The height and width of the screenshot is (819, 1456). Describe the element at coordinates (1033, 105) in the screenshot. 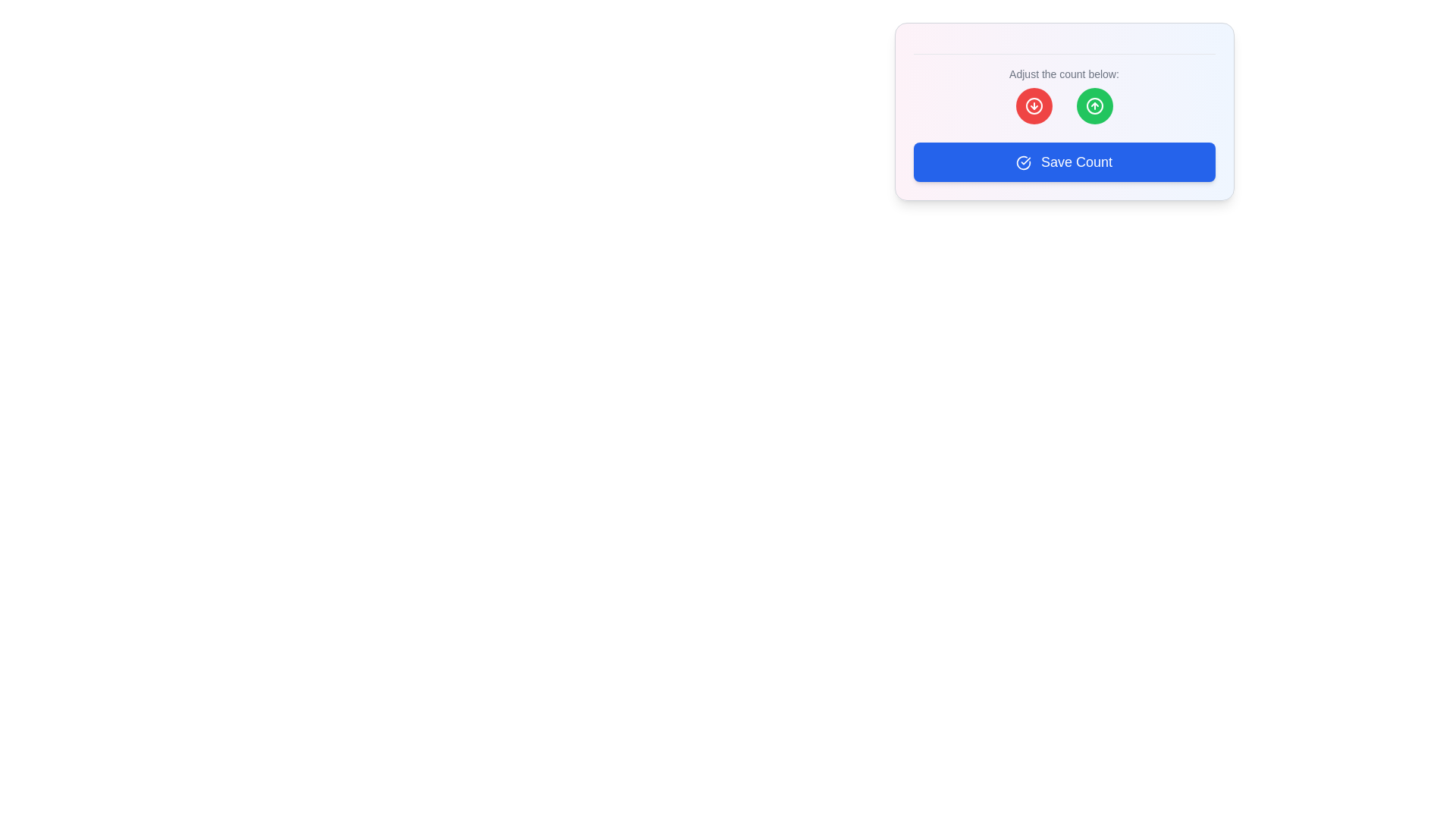

I see `the circular red button with a downward arrow` at that location.